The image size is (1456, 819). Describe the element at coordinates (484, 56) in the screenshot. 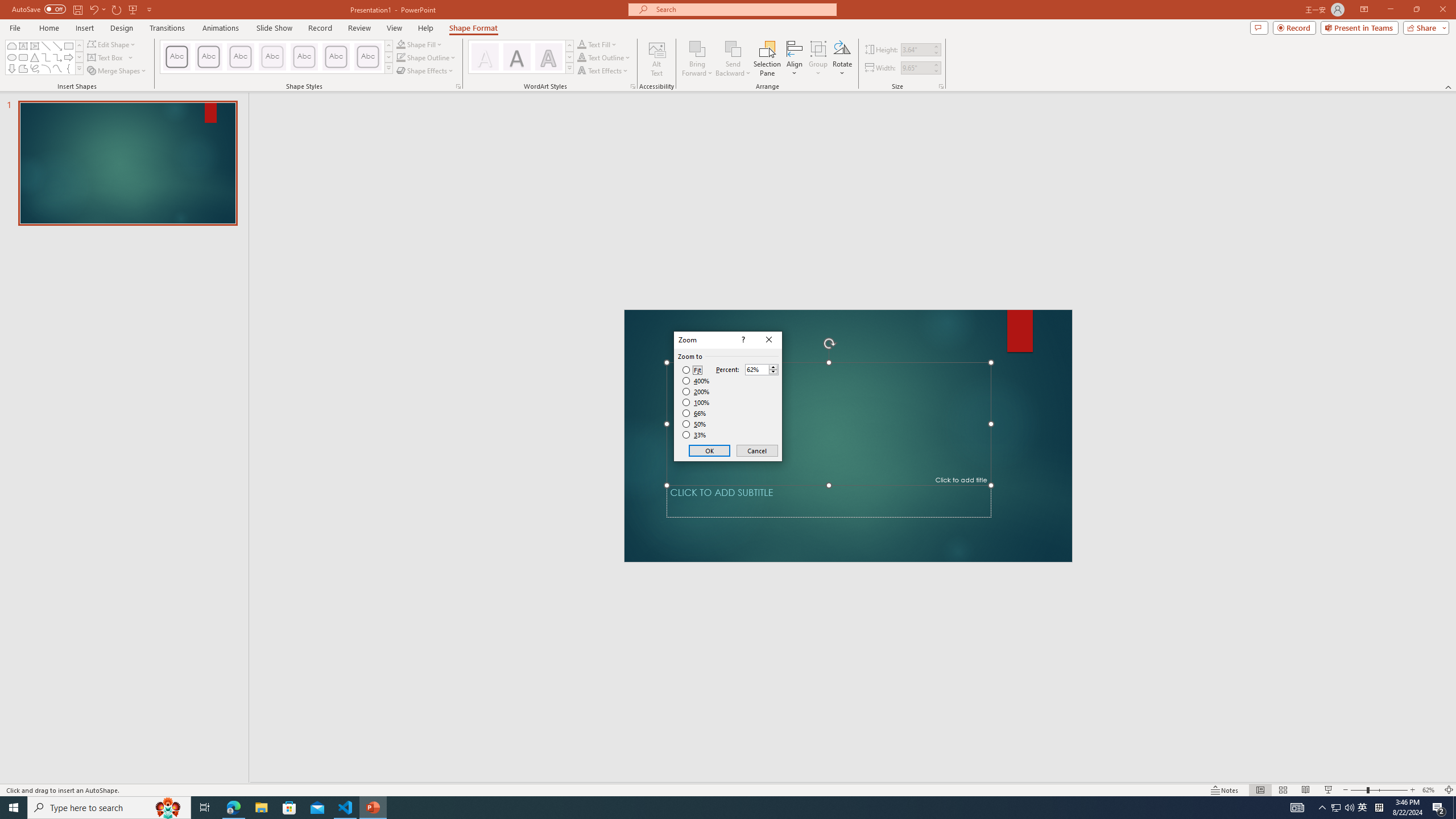

I see `'Fill: White, Text color 1; Shadow'` at that location.